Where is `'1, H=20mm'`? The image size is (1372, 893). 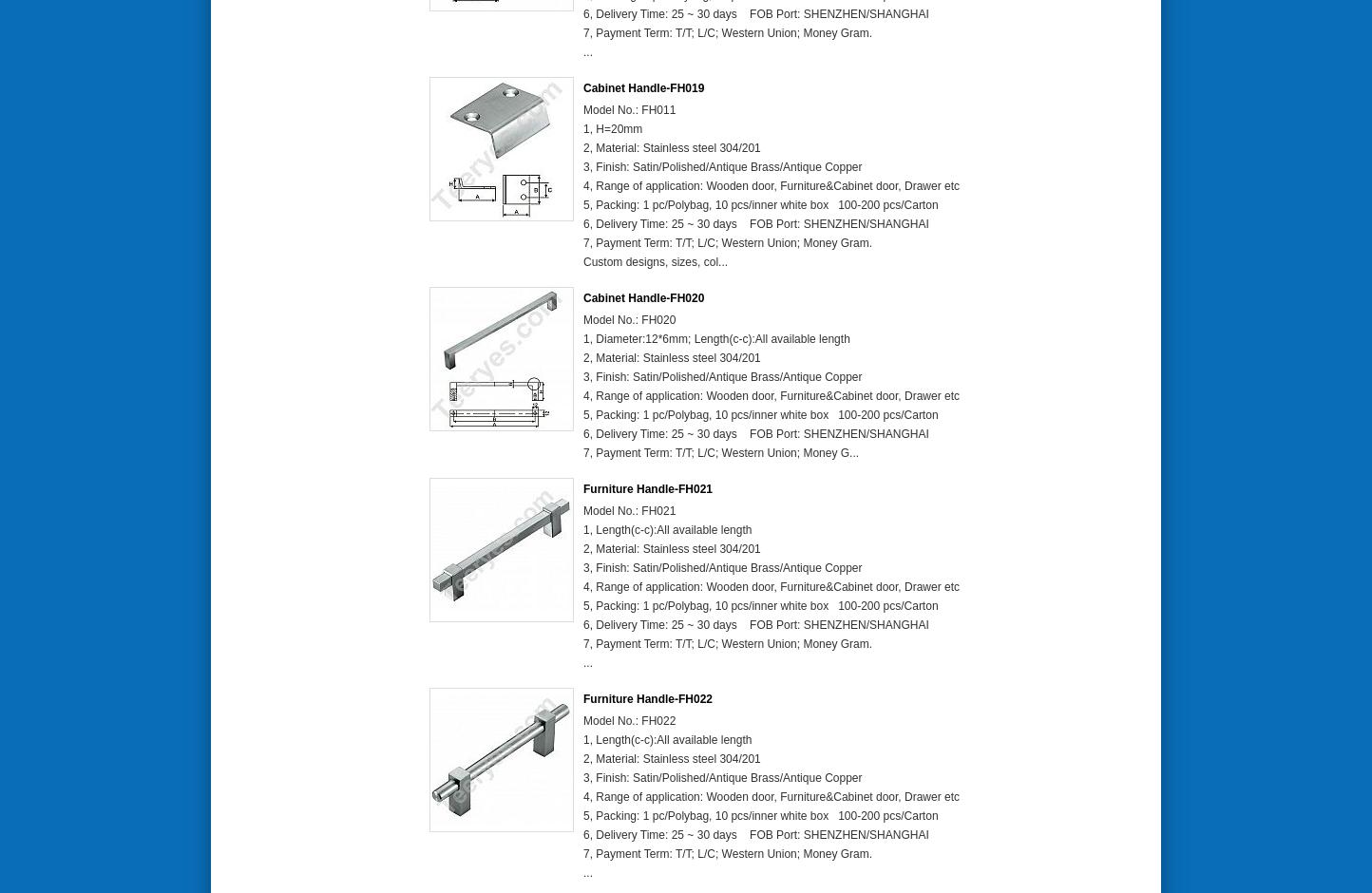
'1, H=20mm' is located at coordinates (613, 128).